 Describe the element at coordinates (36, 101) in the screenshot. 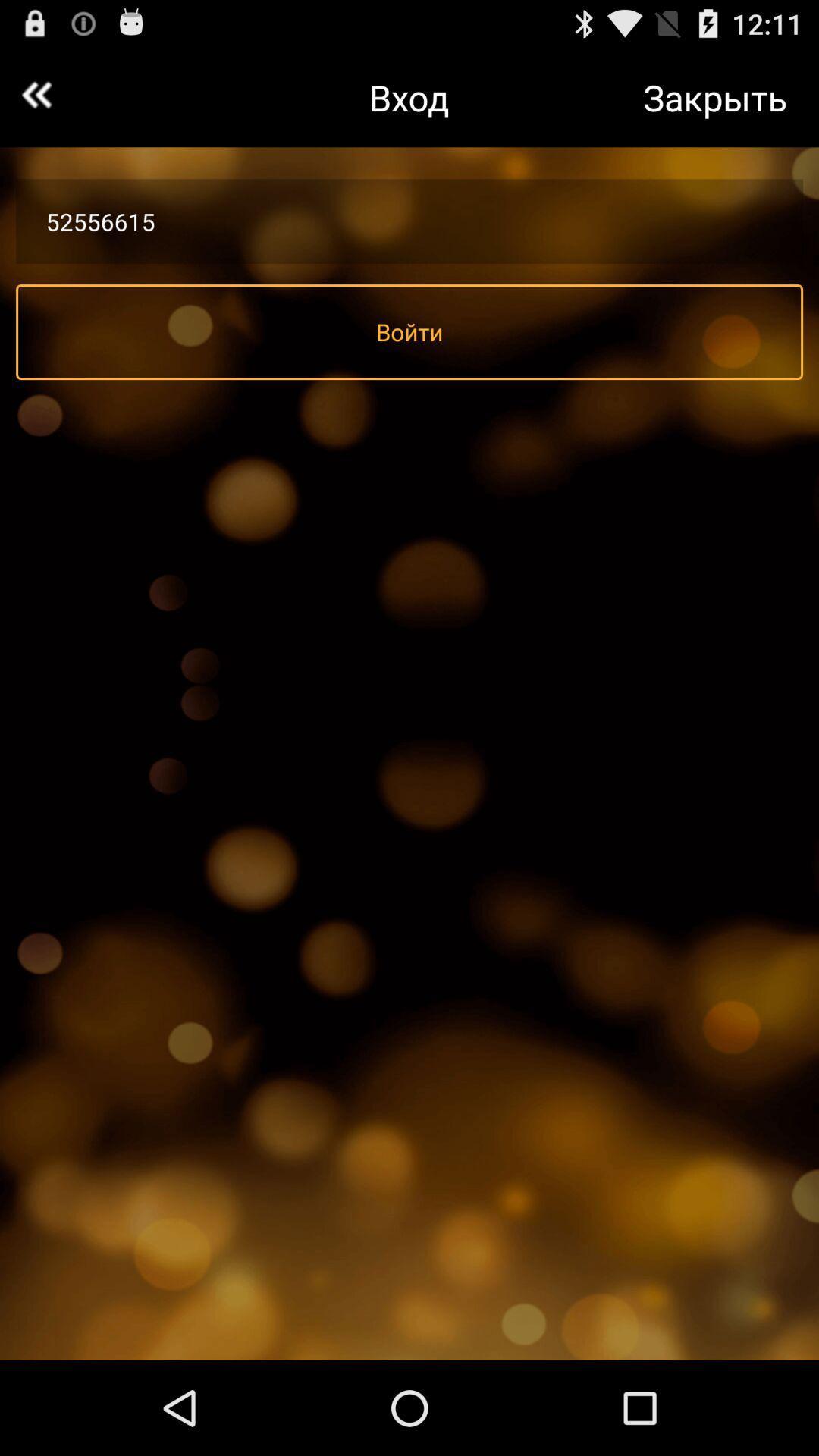

I see `the av_rewind icon` at that location.